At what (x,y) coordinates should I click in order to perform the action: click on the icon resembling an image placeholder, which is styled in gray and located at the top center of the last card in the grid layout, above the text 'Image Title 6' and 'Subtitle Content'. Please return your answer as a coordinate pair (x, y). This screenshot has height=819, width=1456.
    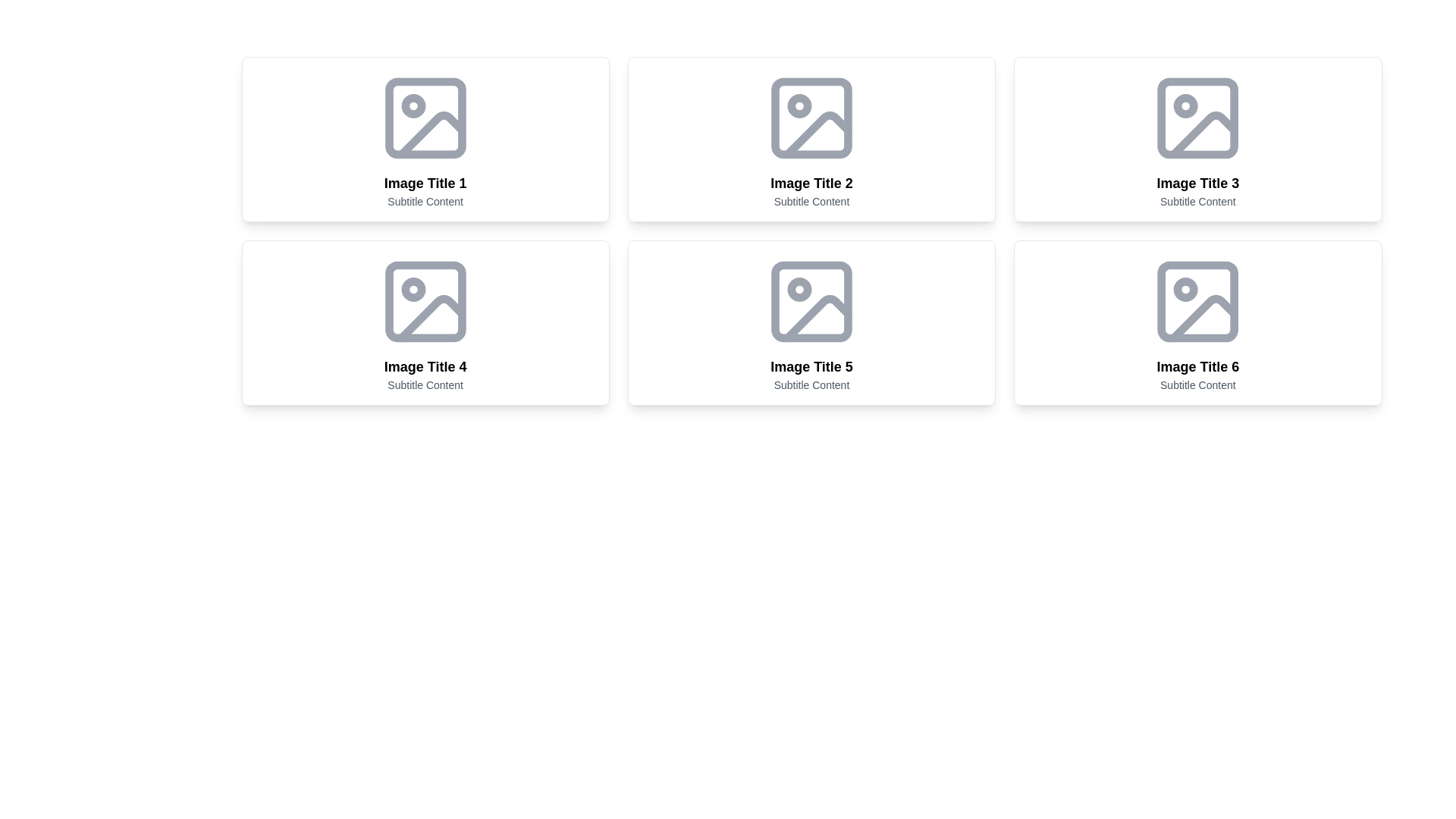
    Looking at the image, I should click on (1197, 301).